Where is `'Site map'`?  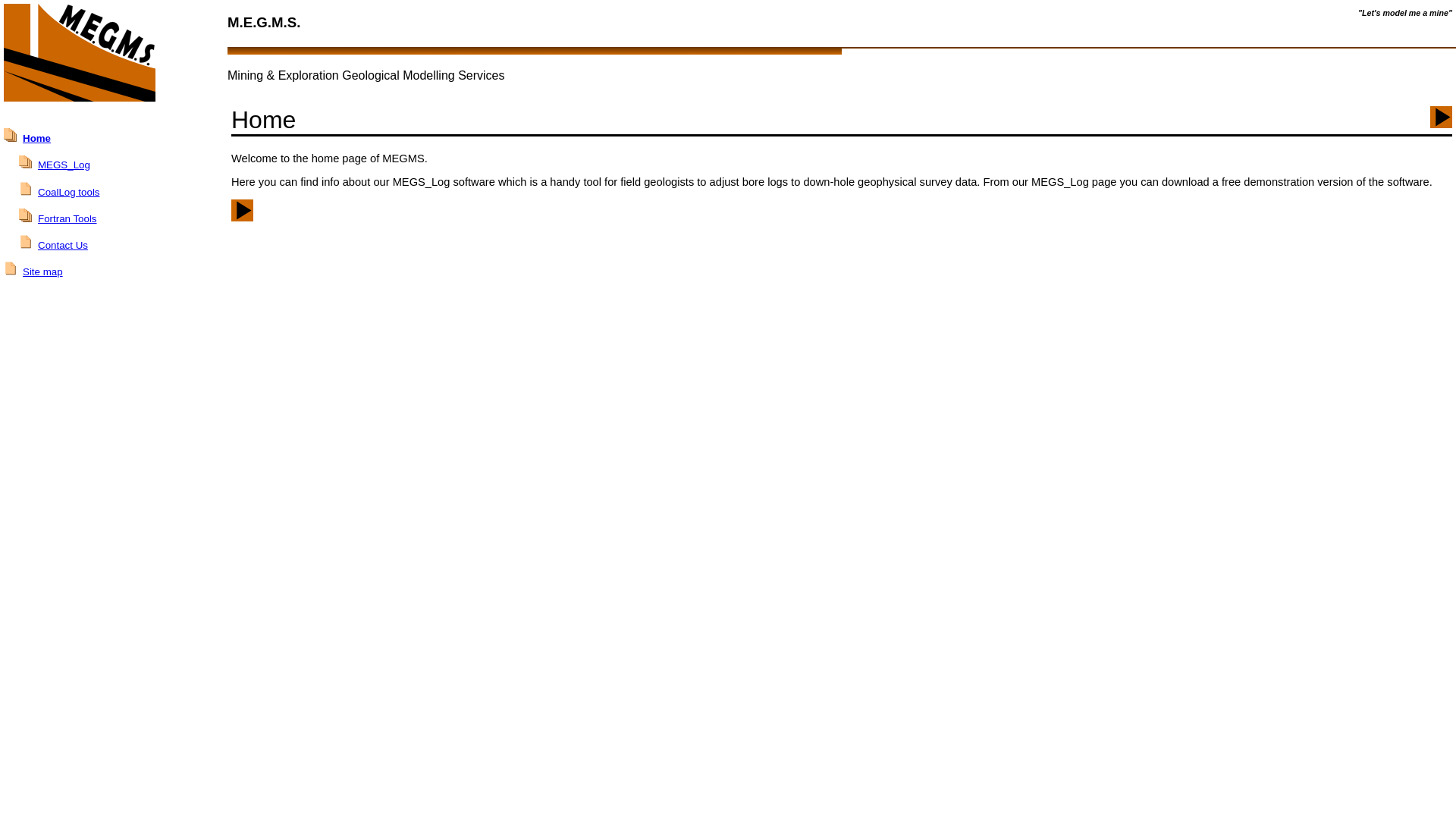 'Site map' is located at coordinates (42, 271).